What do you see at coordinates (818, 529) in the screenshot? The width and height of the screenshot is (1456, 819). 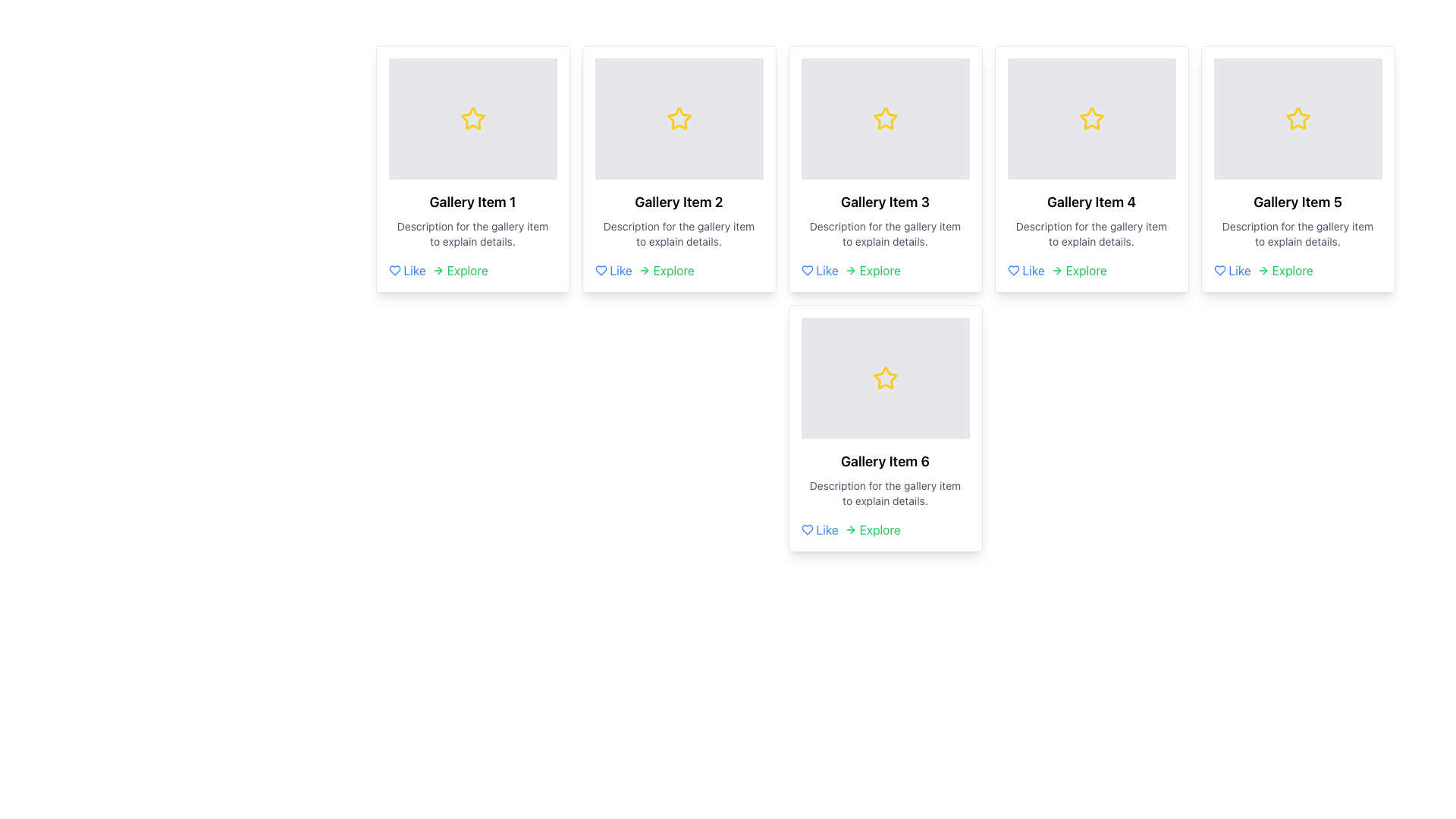 I see `the 'like' text link with an icon located at the bottom-left corner of the card section labeled 'Gallery Item 6' to express interest in the gallery item` at bounding box center [818, 529].